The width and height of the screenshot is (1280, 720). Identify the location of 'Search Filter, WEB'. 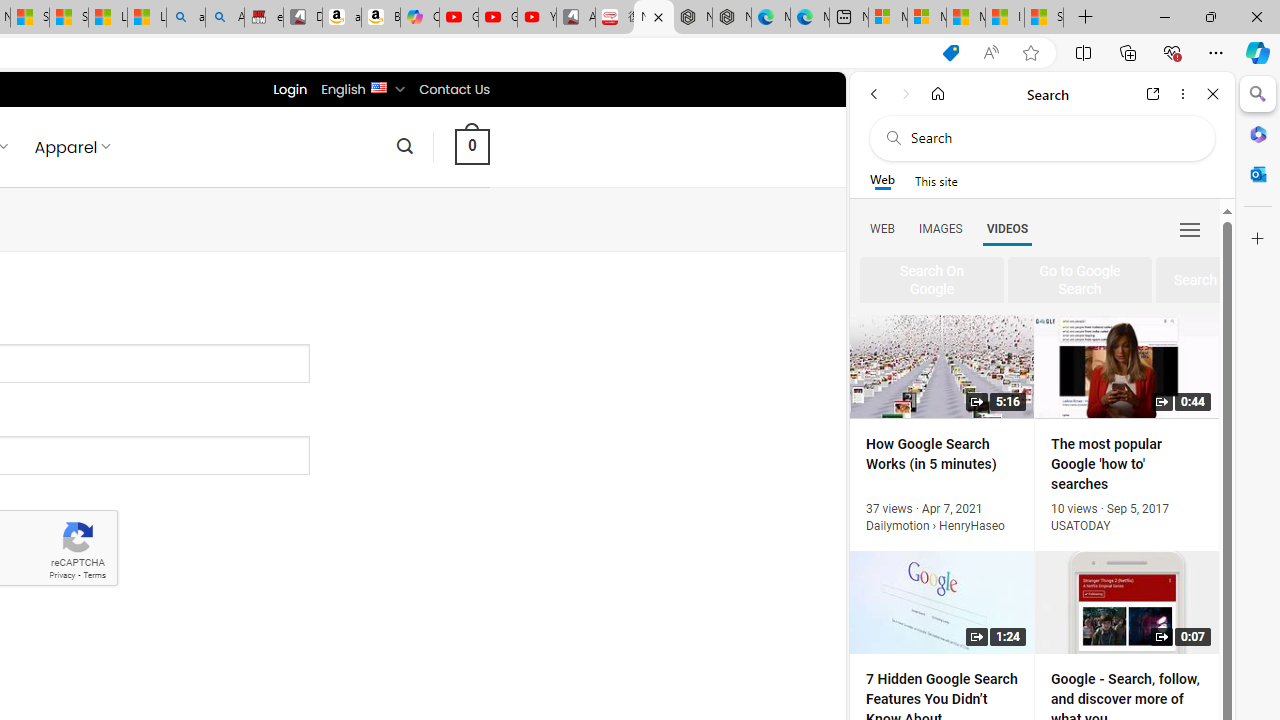
(881, 227).